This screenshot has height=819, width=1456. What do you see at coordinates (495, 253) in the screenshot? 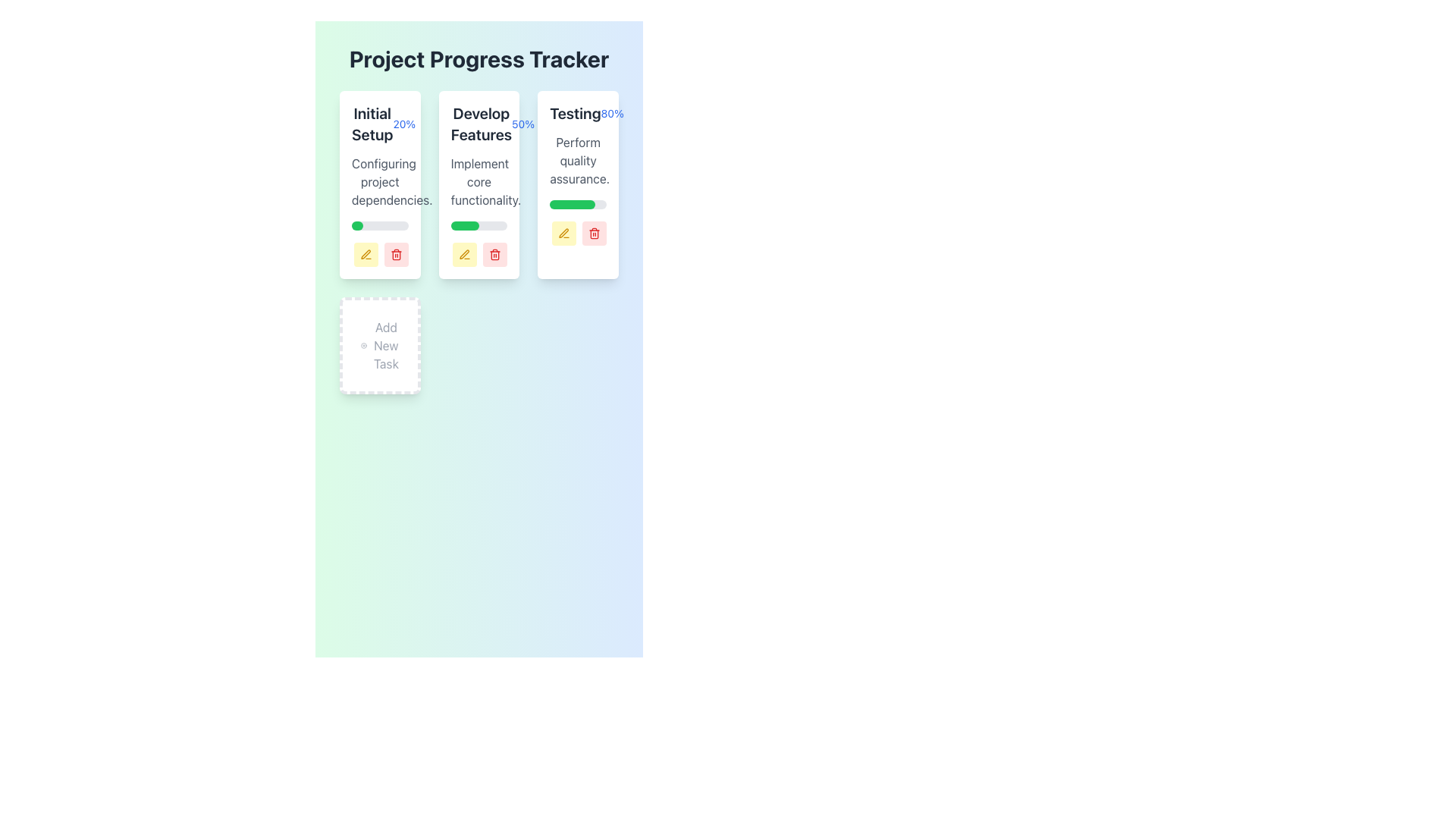
I see `the delete button located as the second button from the right in the third card of the 'Project Progress Tracker' interface` at bounding box center [495, 253].